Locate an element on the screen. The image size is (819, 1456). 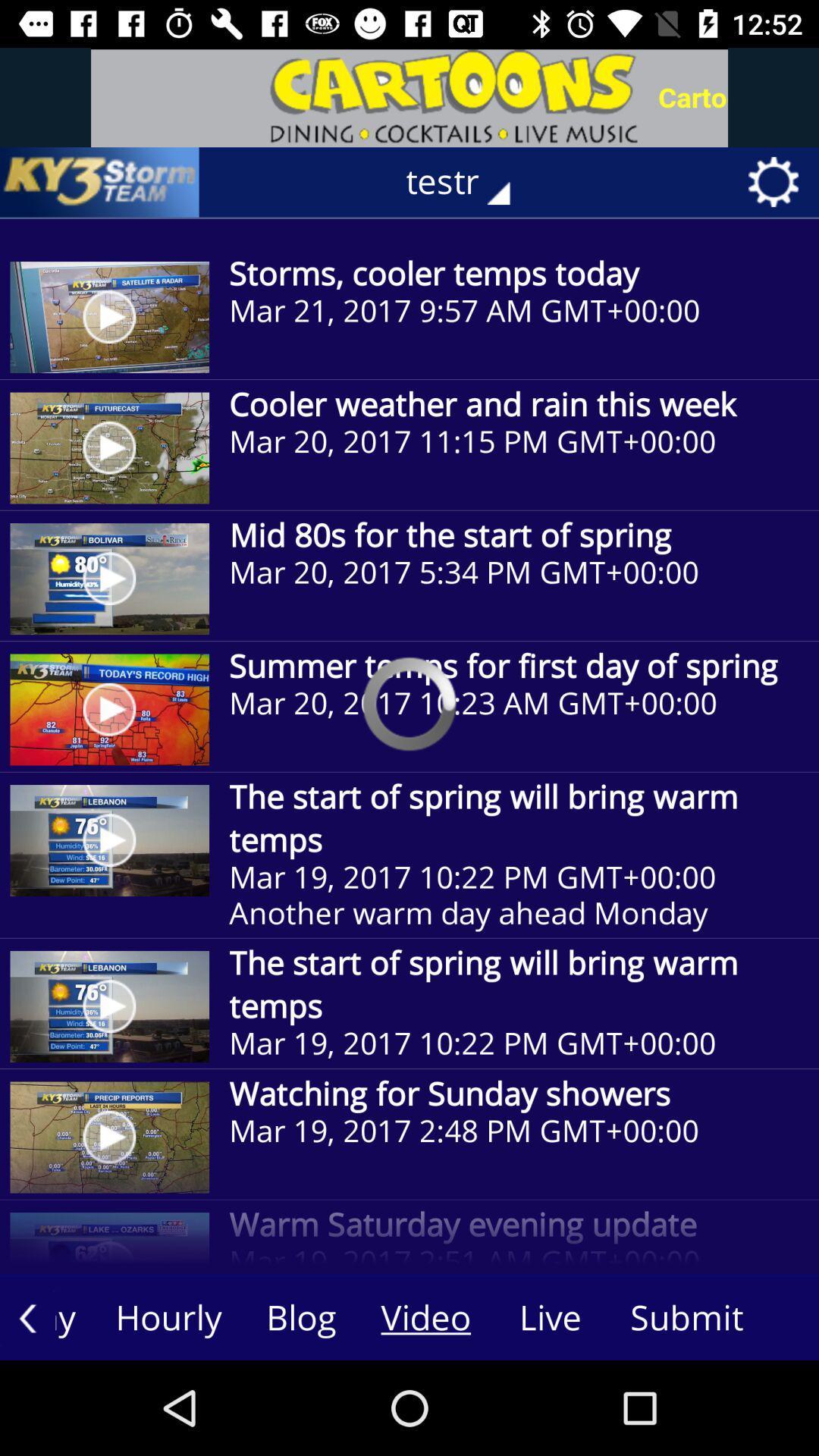
the video button on the web page is located at coordinates (425, 1317).